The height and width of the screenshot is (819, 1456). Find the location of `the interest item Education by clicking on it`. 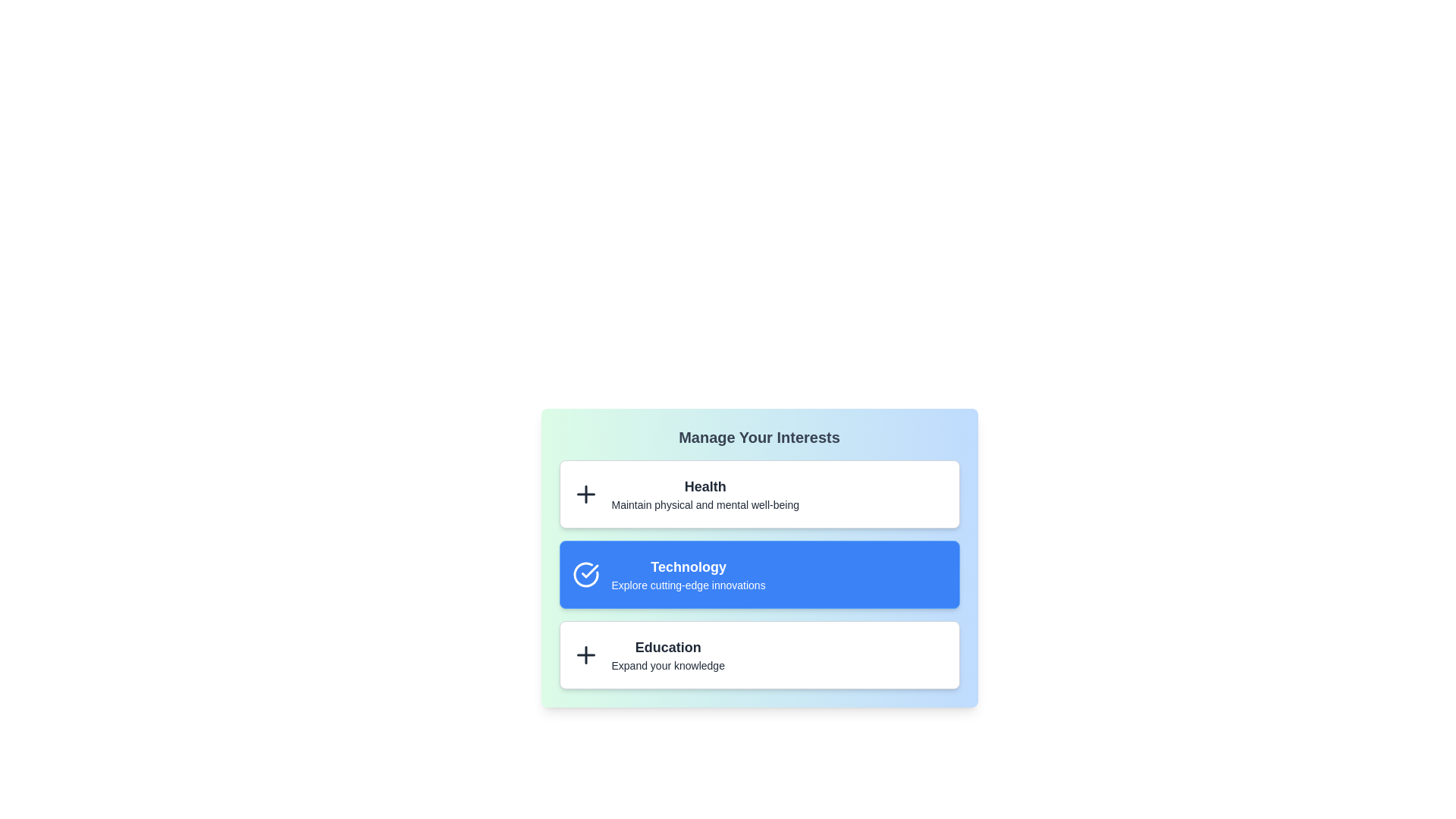

the interest item Education by clicking on it is located at coordinates (759, 654).